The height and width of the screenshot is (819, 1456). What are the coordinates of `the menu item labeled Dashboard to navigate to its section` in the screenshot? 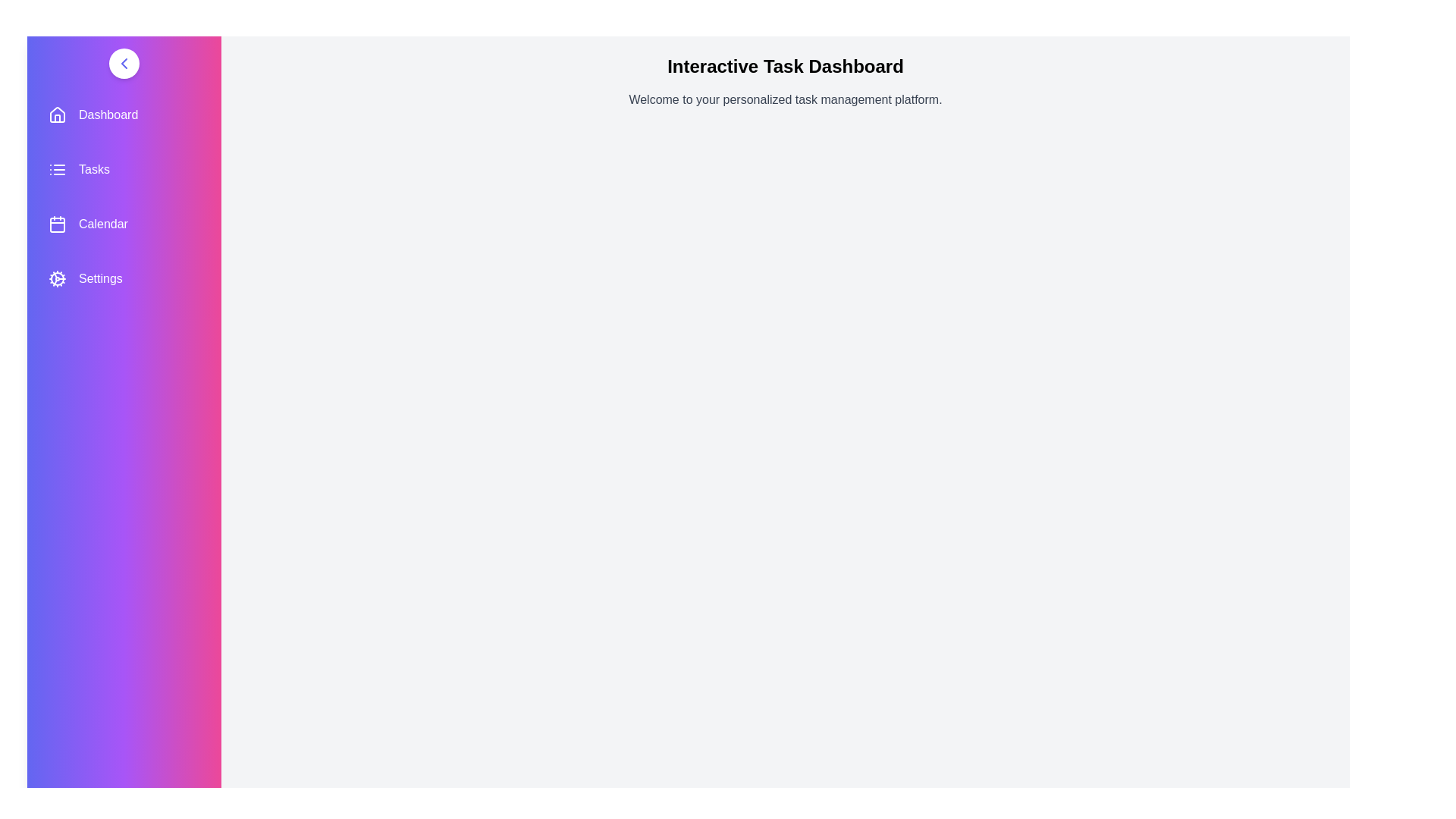 It's located at (124, 114).